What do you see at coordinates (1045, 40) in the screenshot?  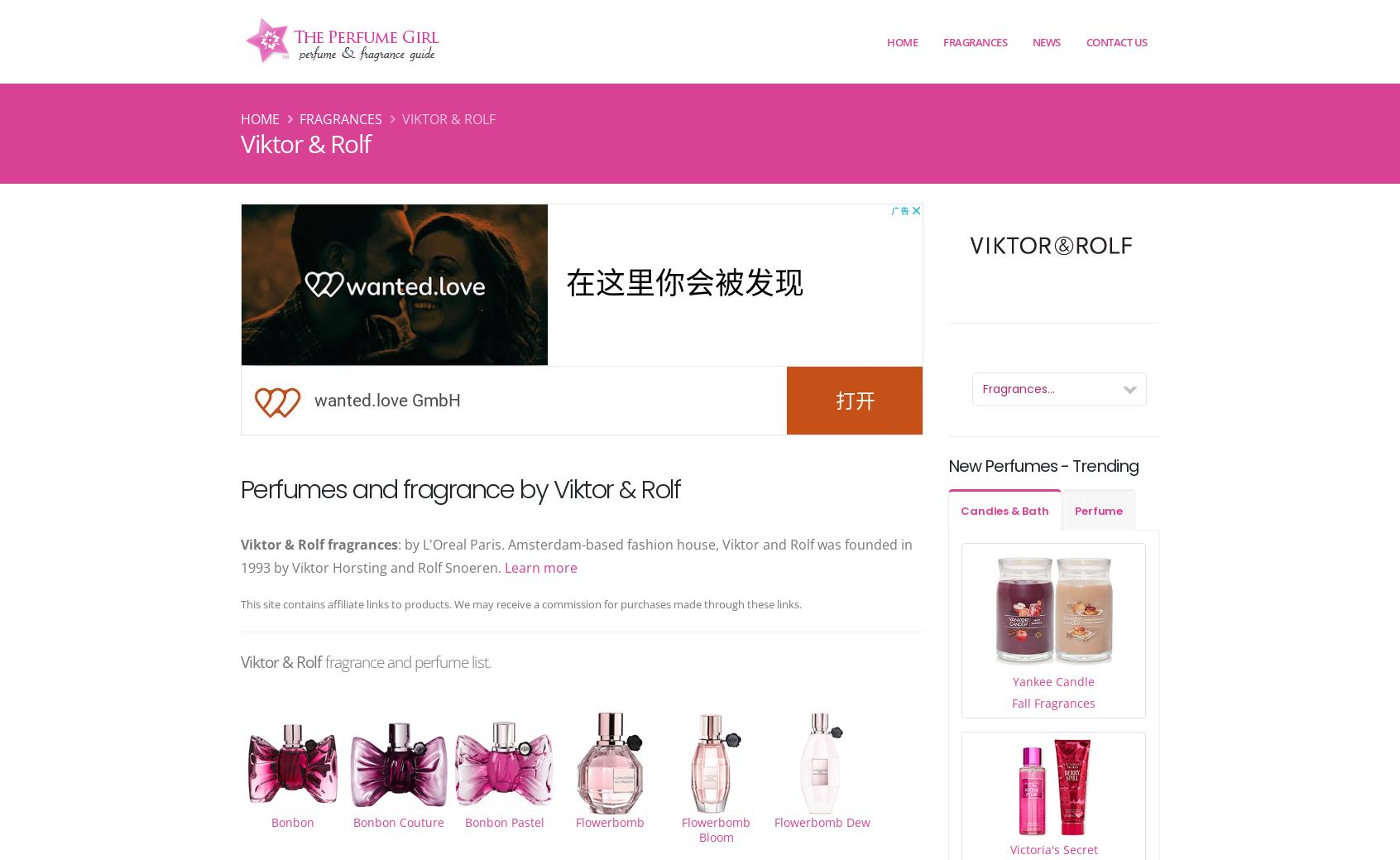 I see `'News'` at bounding box center [1045, 40].